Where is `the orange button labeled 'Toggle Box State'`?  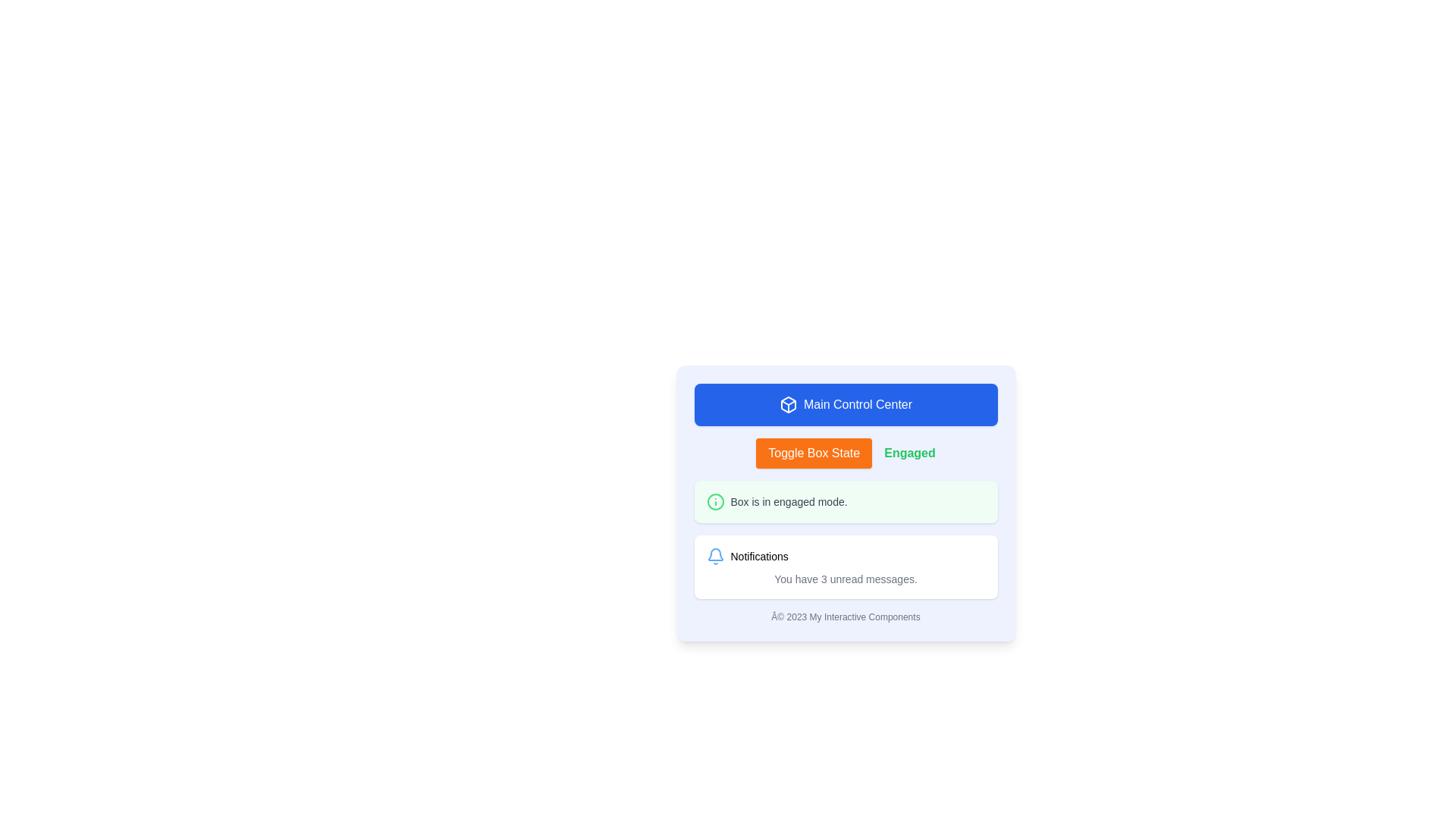
the orange button labeled 'Toggle Box State' is located at coordinates (845, 452).